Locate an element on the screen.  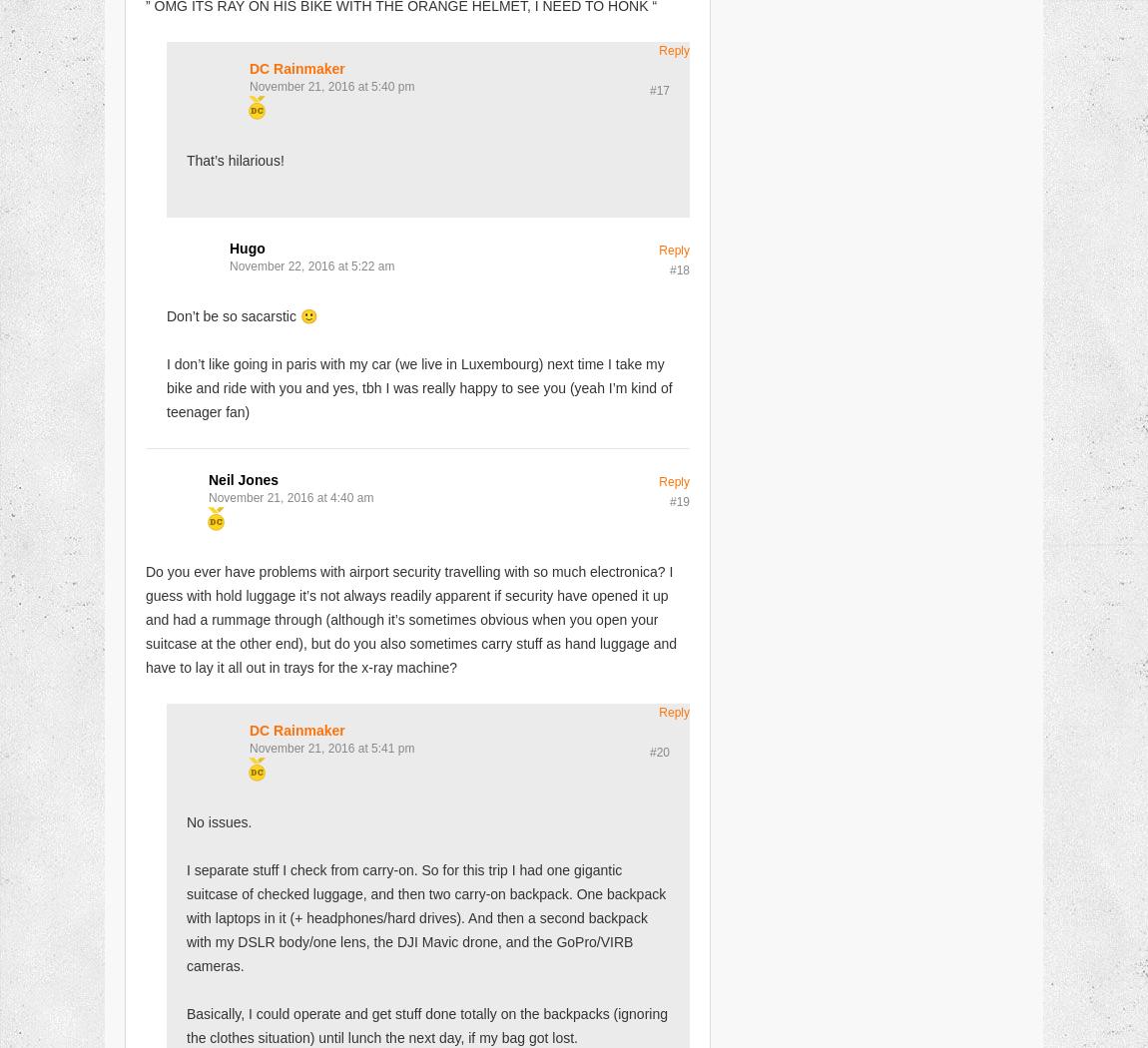
'Basically, I could operate and get stuff done totally on the backpacks (ignoring the clothes situation) until lunch the next day, if my bag got lost.' is located at coordinates (427, 1024).